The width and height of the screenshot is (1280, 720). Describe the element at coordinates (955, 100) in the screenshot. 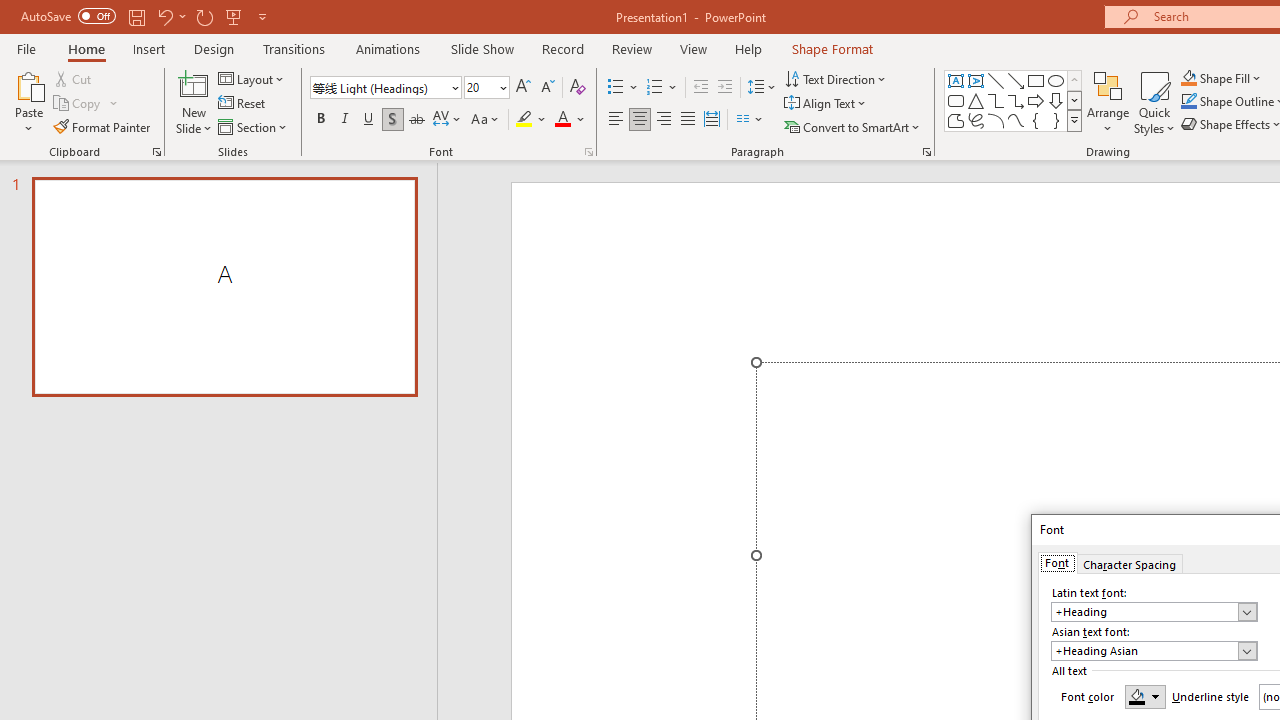

I see `'Rectangle: Rounded Corners'` at that location.